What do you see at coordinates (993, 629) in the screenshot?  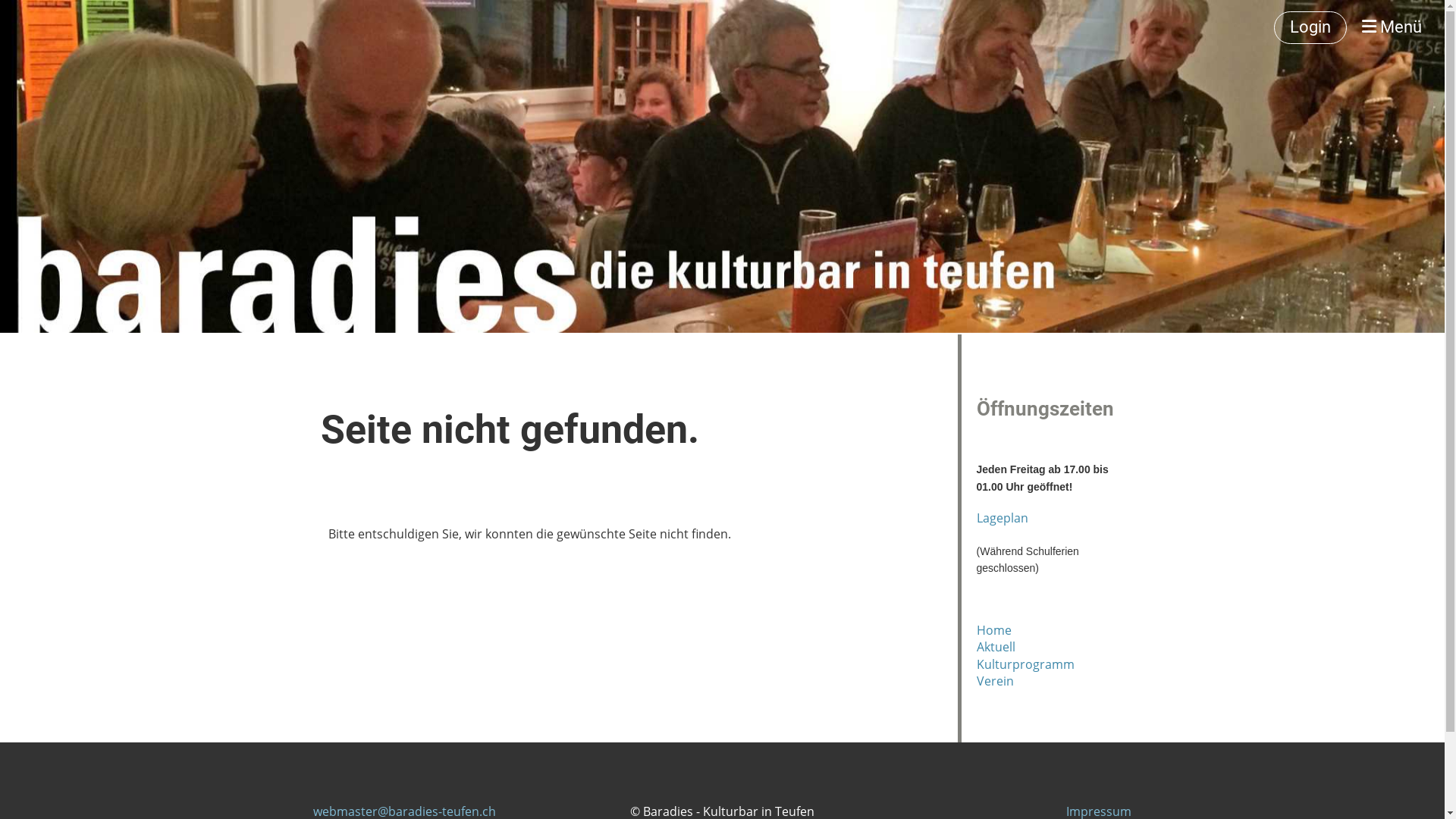 I see `'Home'` at bounding box center [993, 629].